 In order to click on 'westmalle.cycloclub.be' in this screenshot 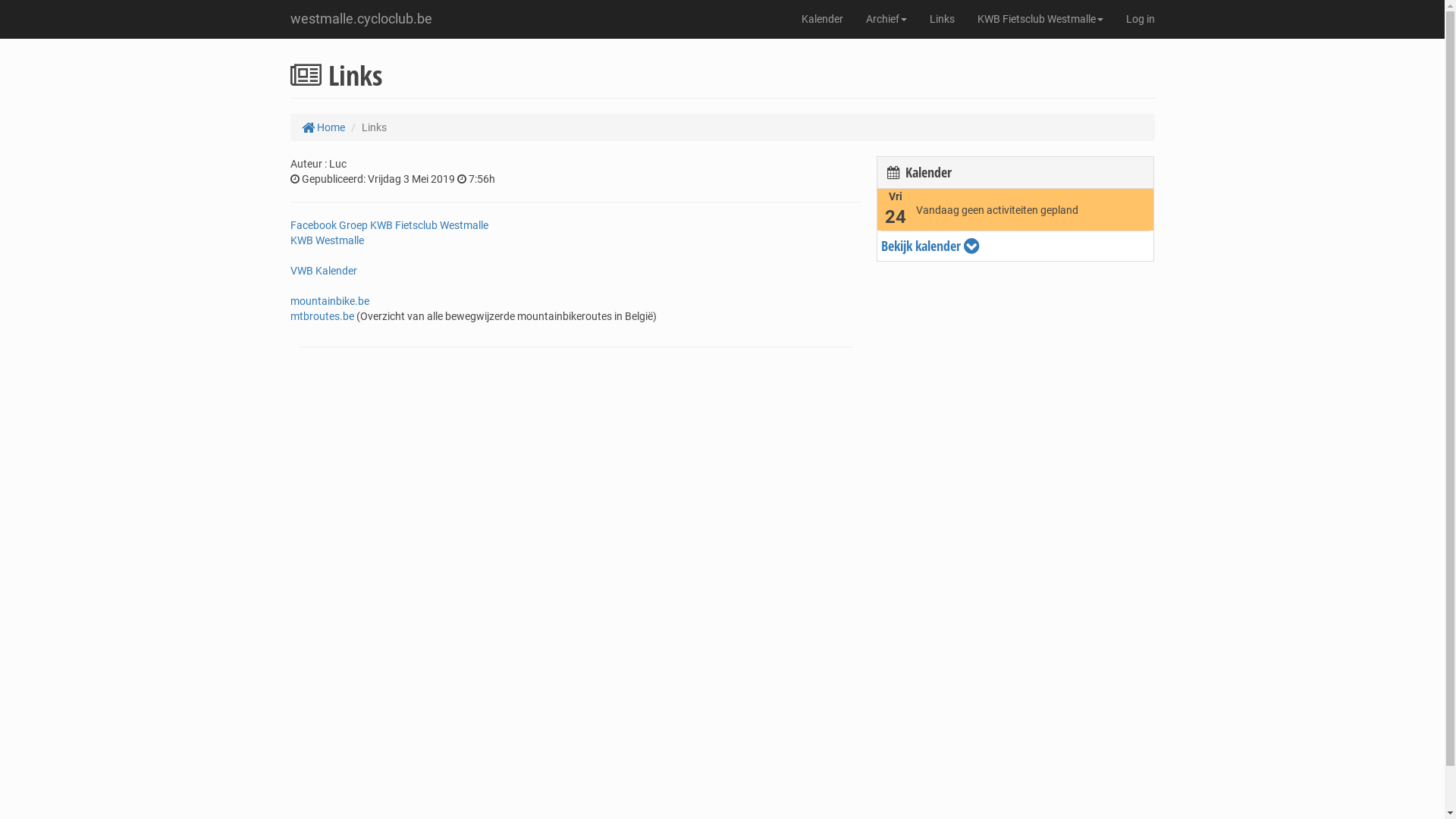, I will do `click(360, 18)`.